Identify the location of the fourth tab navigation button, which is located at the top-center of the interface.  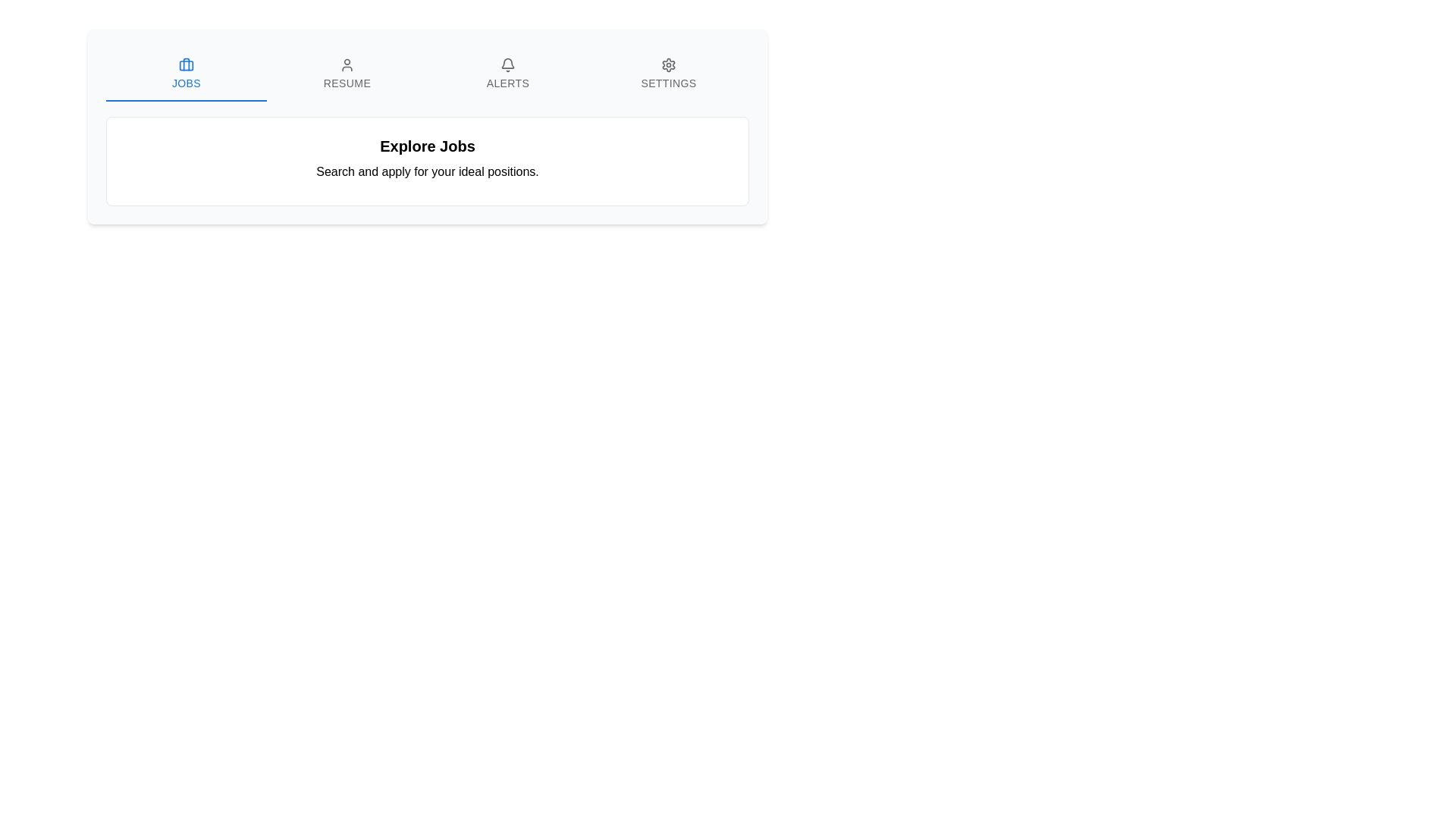
(668, 74).